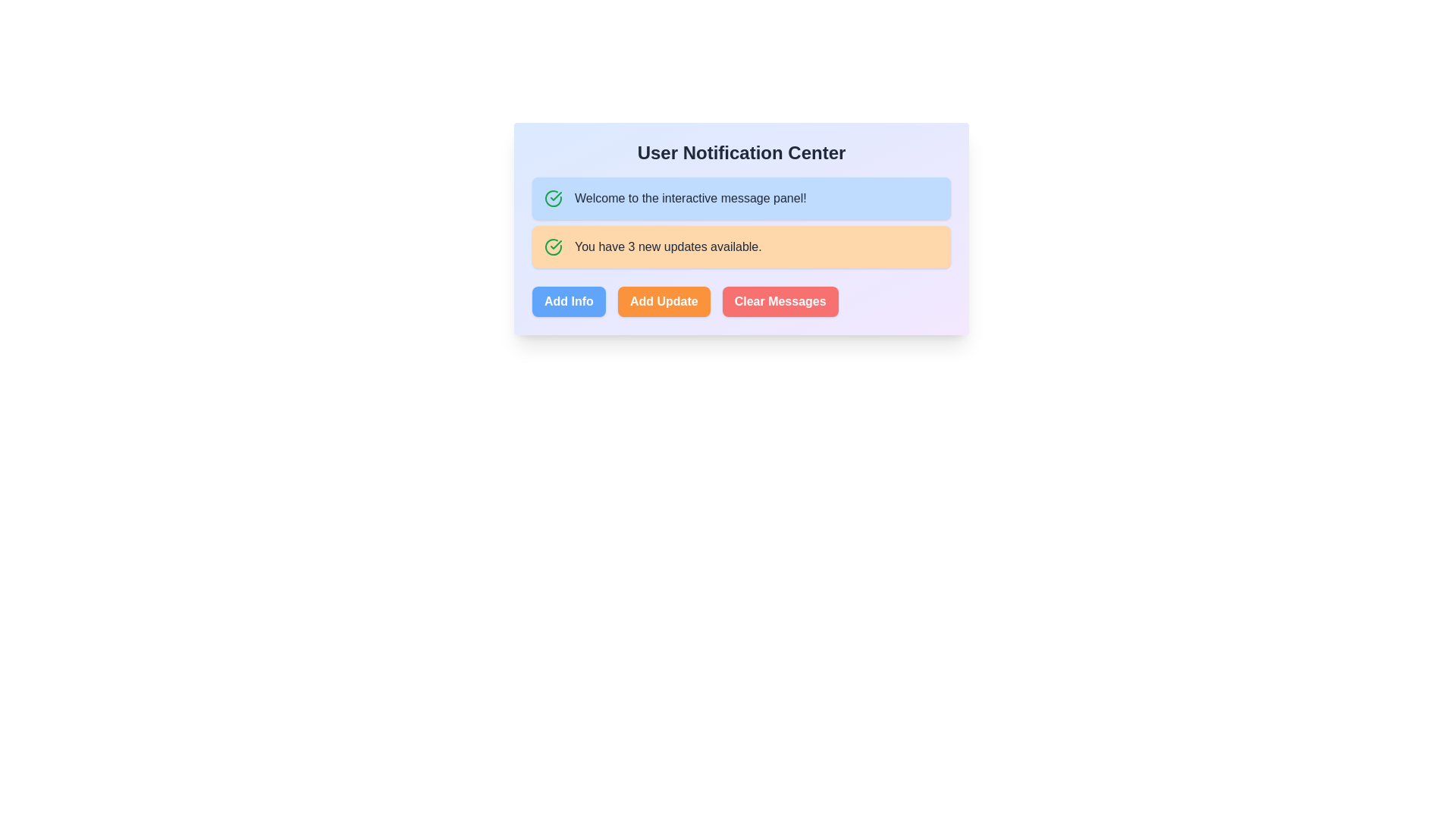 The height and width of the screenshot is (819, 1456). What do you see at coordinates (552, 246) in the screenshot?
I see `the success indicator icon located in the upper-left section of the notification panel that states 'You have 3 new updates available.'` at bounding box center [552, 246].